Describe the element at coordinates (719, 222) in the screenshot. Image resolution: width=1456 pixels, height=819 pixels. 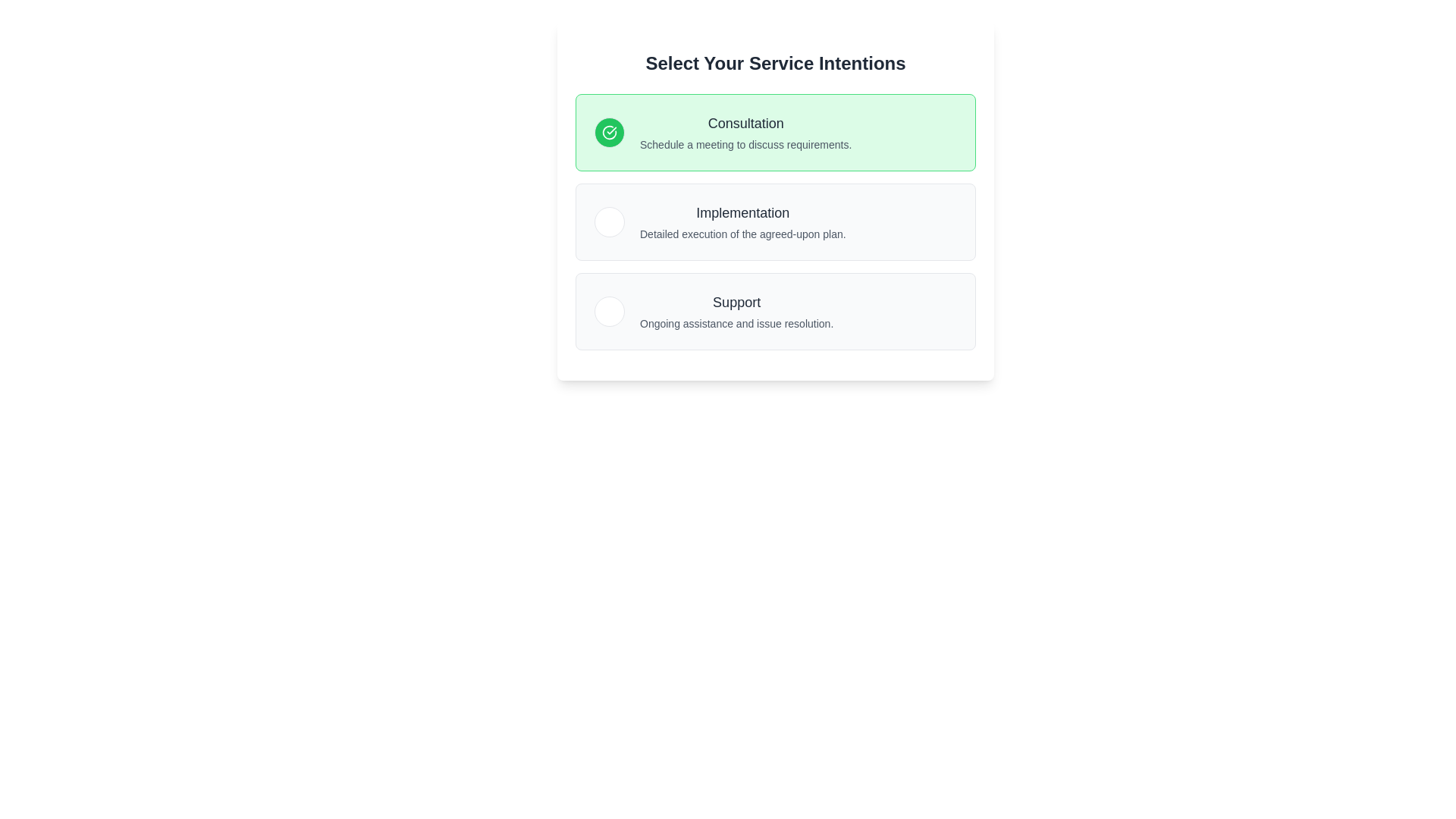
I see `to select the 'Implementation' option from the selectable list item located under the header 'Select Your Service Intentions'` at that location.